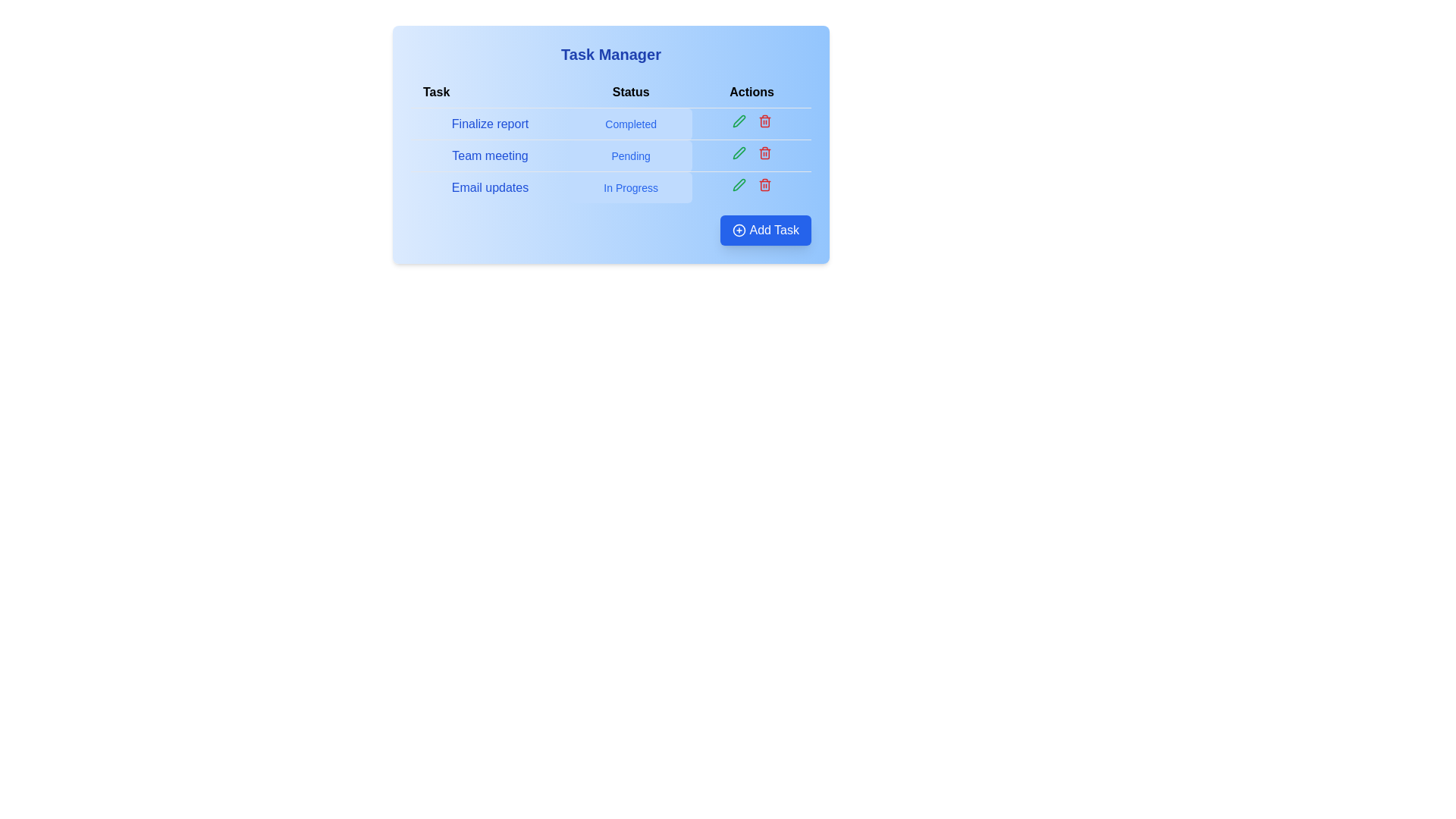 The width and height of the screenshot is (1456, 819). What do you see at coordinates (764, 152) in the screenshot?
I see `the delete icon for the task 'Team meeting' to remove it` at bounding box center [764, 152].